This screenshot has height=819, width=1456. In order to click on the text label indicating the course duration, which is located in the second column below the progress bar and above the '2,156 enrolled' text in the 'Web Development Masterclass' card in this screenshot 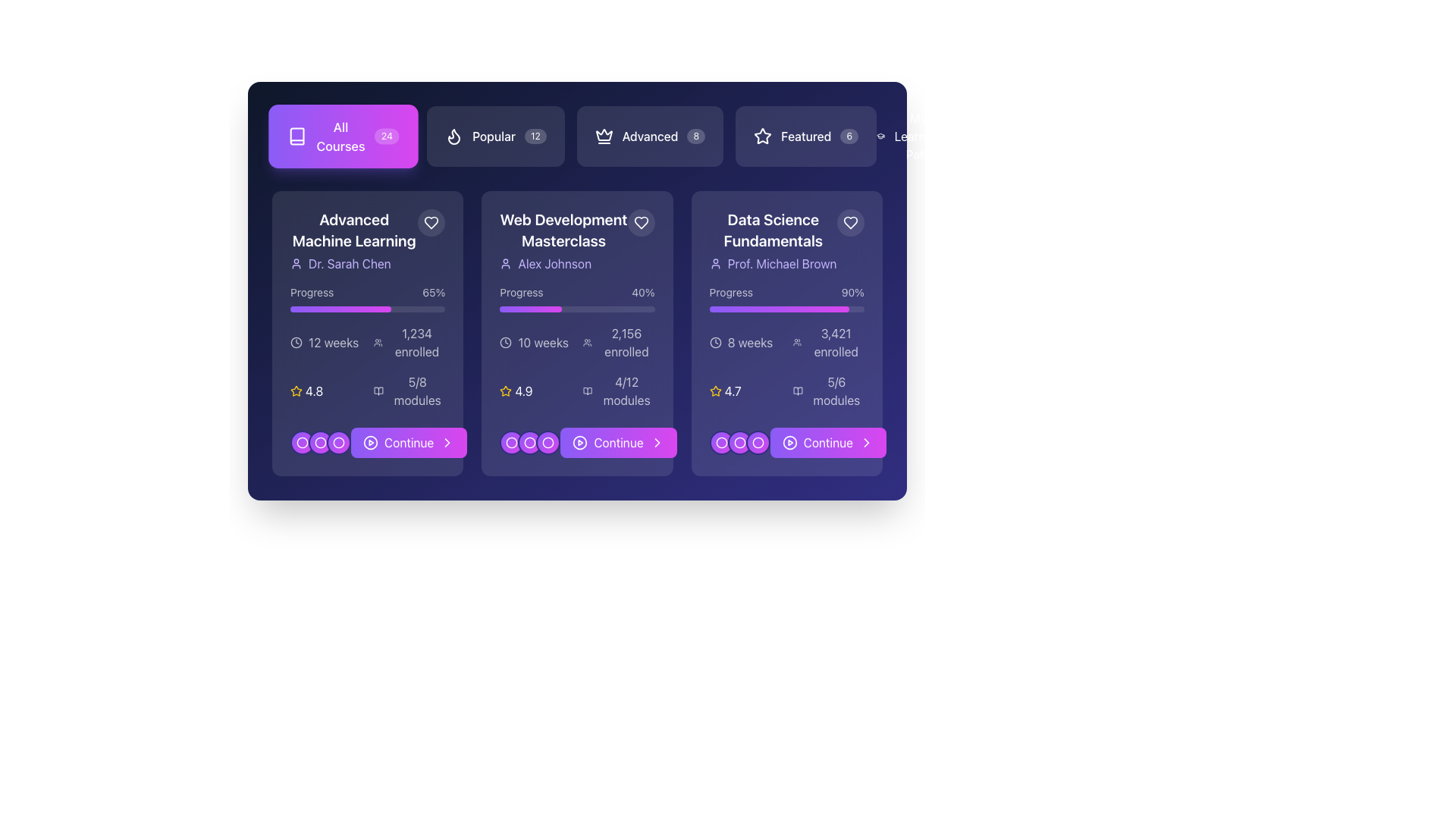, I will do `click(535, 342)`.